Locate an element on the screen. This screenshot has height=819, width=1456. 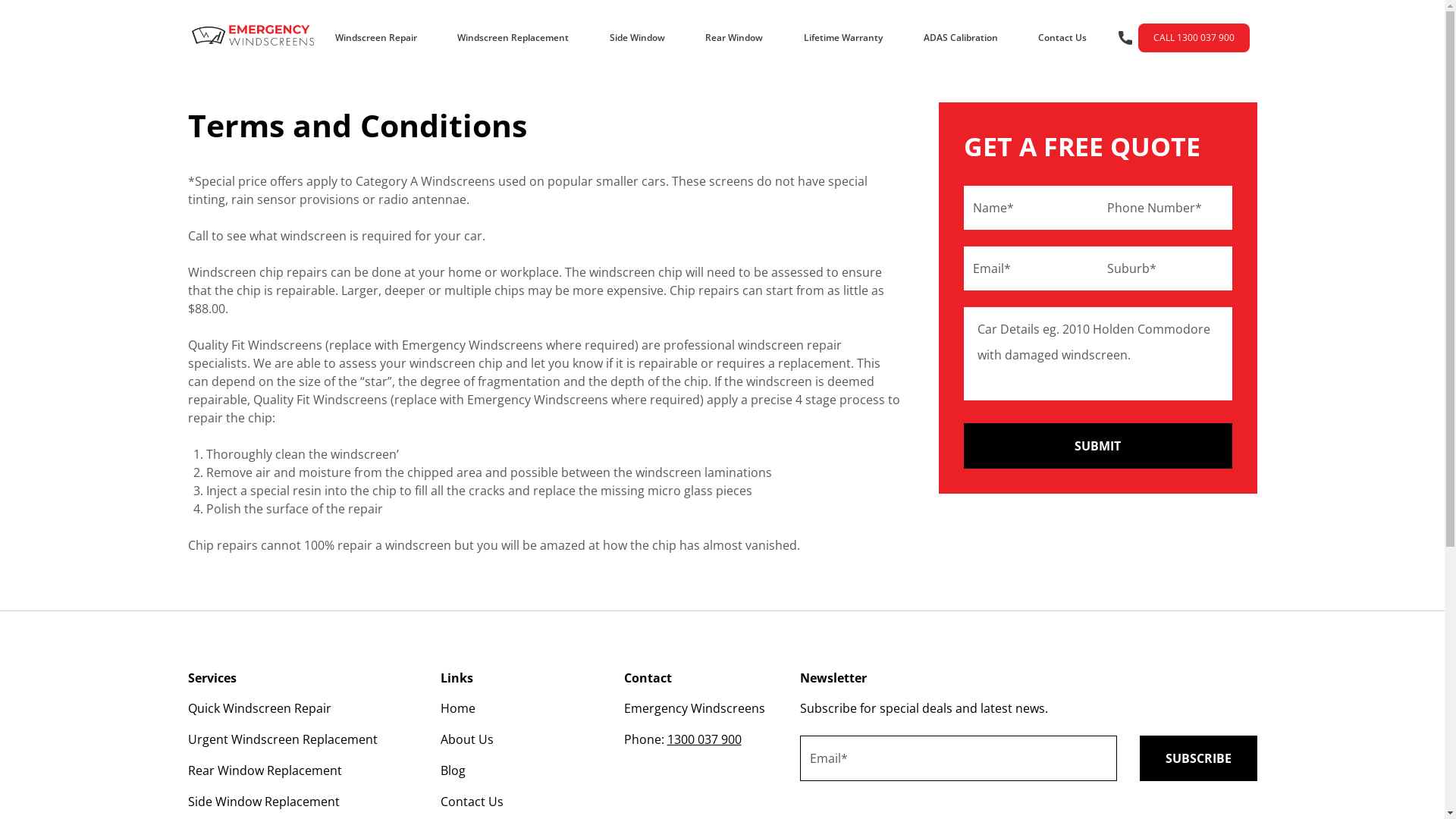
'Side Window Replacement' is located at coordinates (264, 801).